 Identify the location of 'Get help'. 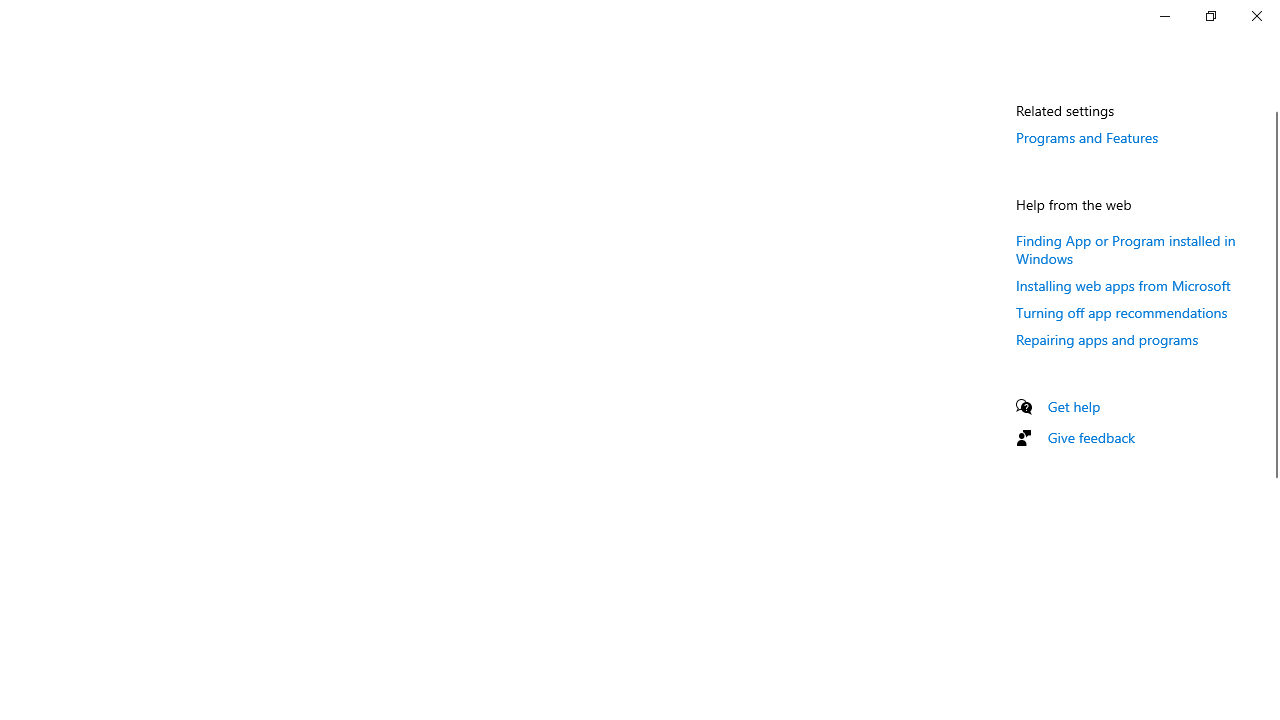
(1073, 405).